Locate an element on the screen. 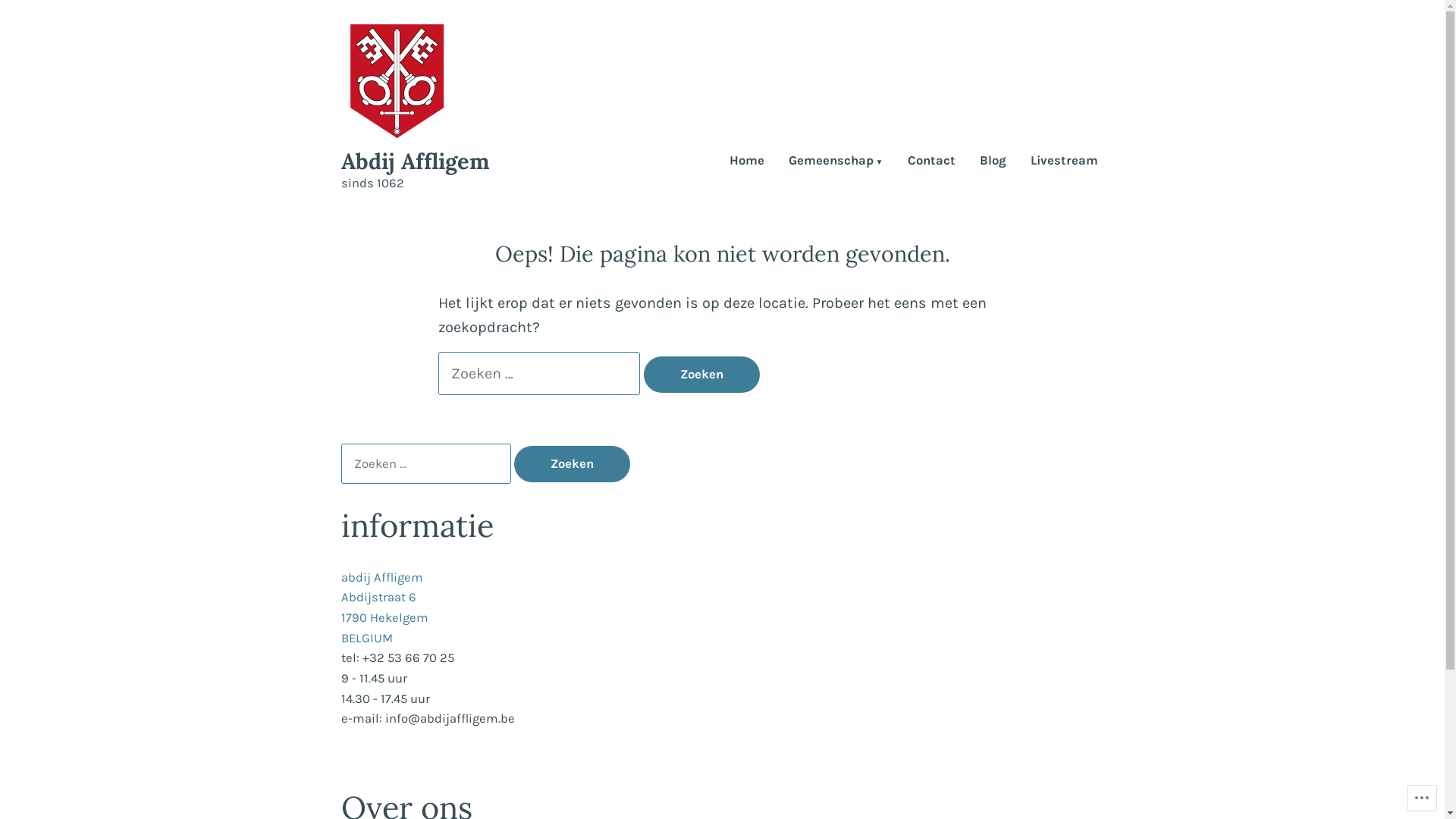  'Blog' is located at coordinates (993, 162).